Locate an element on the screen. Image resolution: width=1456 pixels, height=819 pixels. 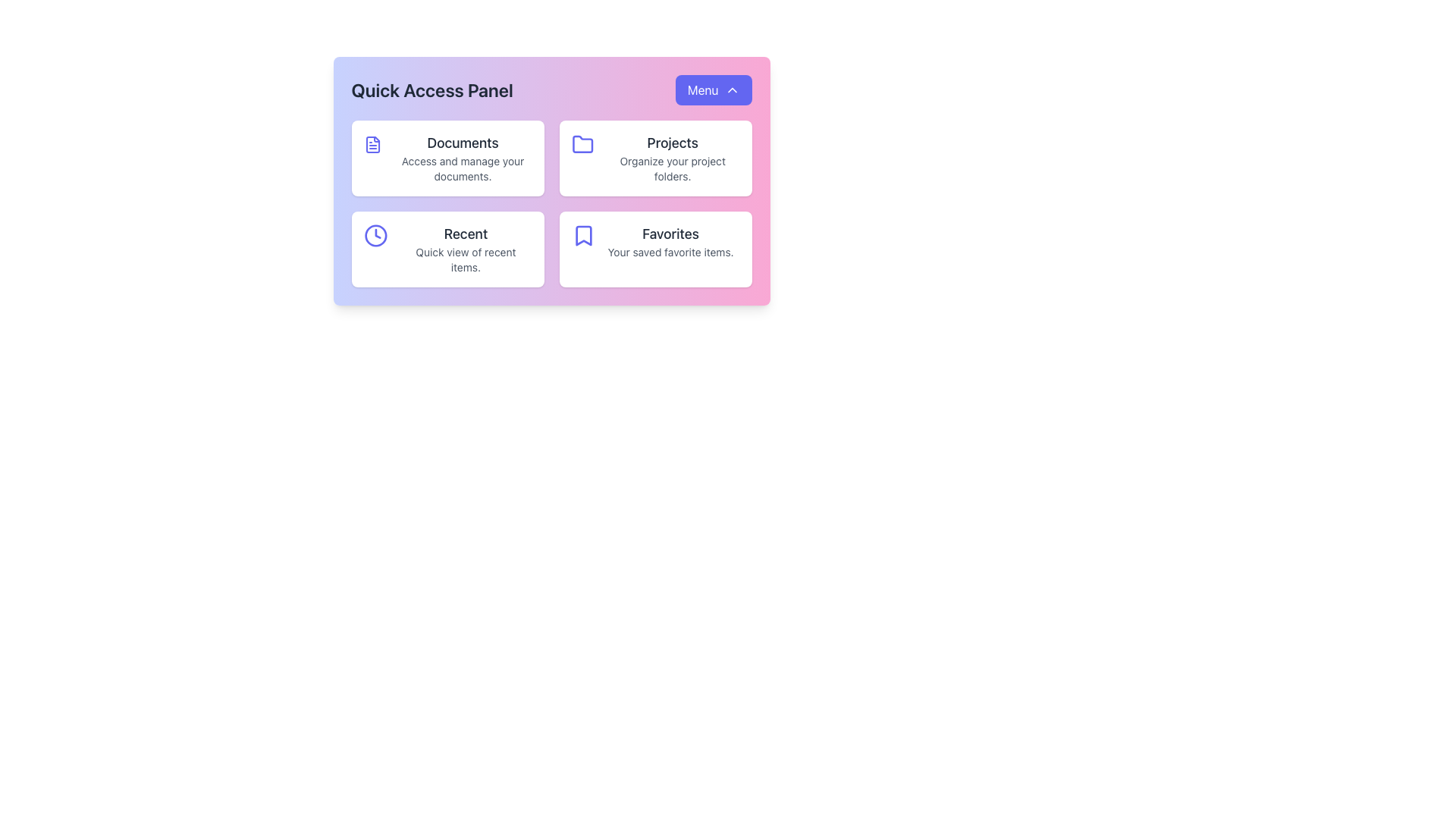
the title text of the 'Recent' section located in the second card of the first row in the 'Quick Access Panel' is located at coordinates (465, 234).